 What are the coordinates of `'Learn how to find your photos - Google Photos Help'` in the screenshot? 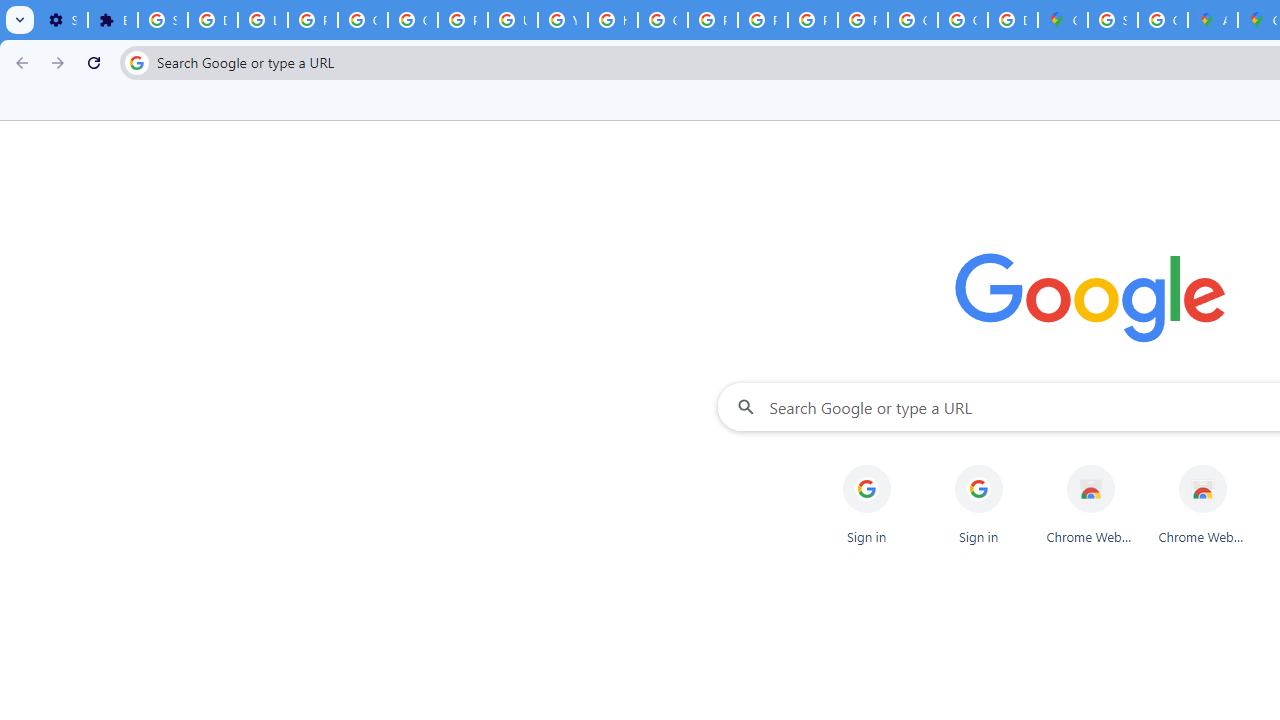 It's located at (262, 20).